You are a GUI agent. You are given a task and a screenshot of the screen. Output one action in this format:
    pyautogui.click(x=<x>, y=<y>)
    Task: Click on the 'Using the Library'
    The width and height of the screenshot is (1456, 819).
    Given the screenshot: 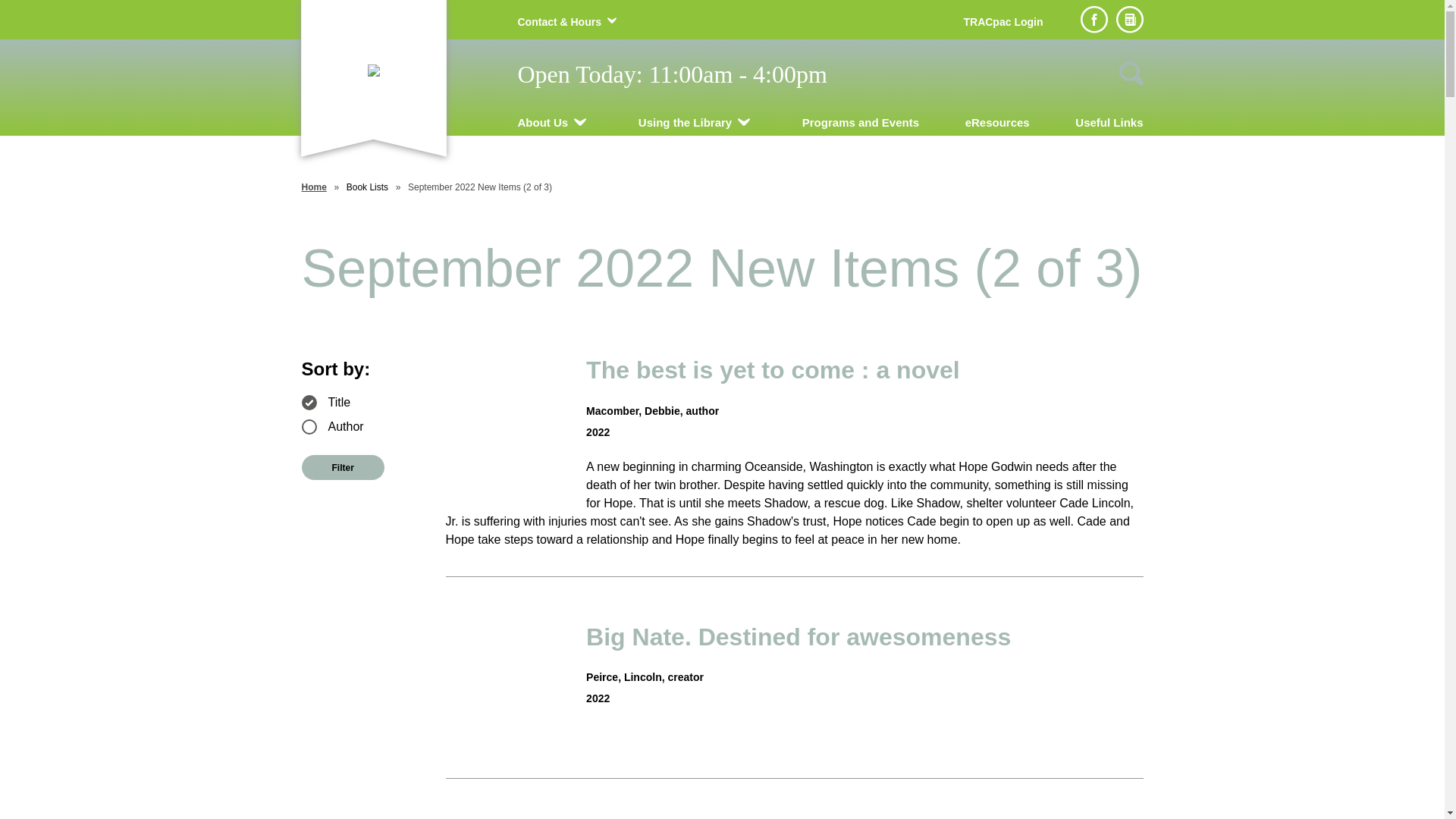 What is the action you would take?
    pyautogui.click(x=684, y=121)
    